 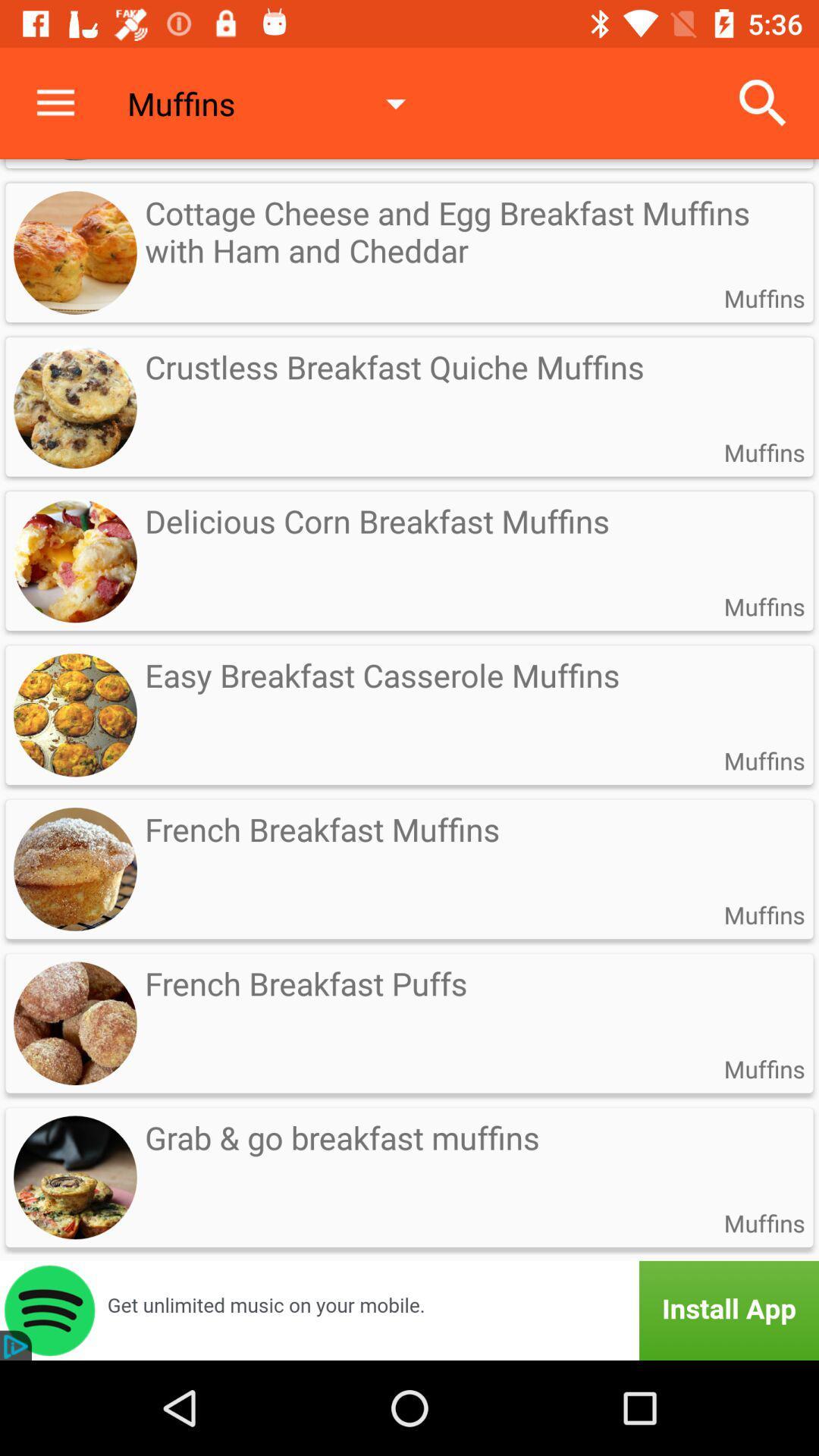 What do you see at coordinates (409, 1310) in the screenshot?
I see `advertisement button` at bounding box center [409, 1310].